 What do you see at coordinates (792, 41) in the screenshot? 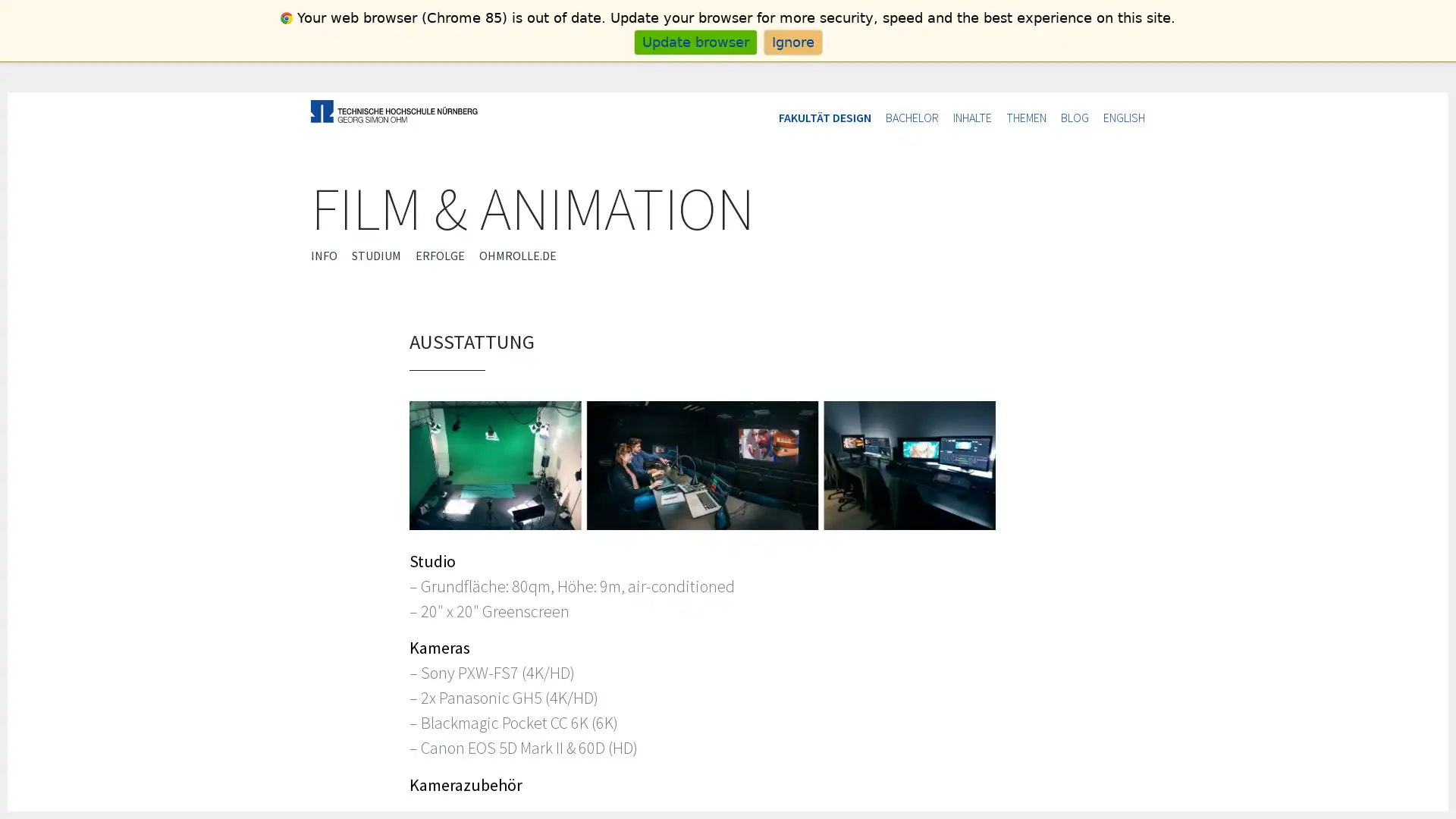
I see `Ignore` at bounding box center [792, 41].